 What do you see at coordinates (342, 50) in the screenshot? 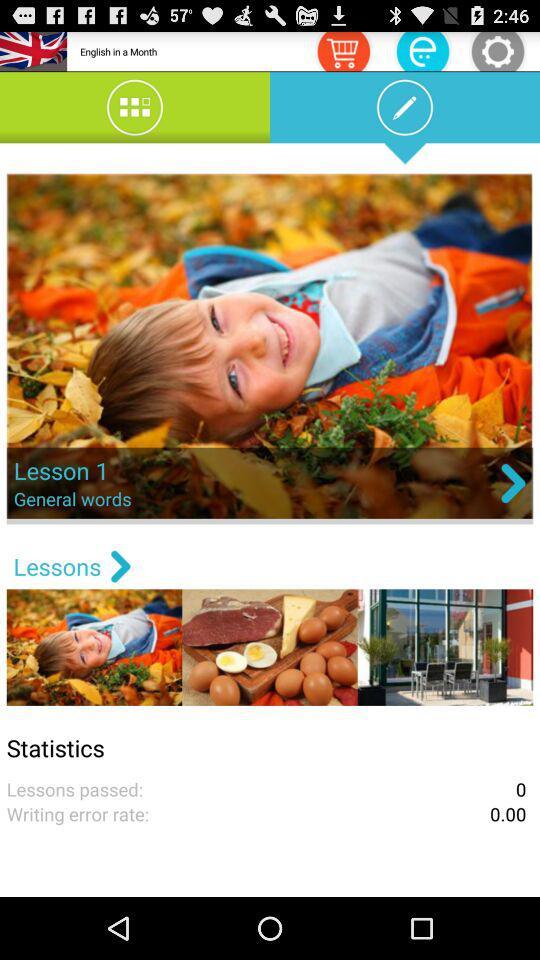
I see `icon to the right of english in a` at bounding box center [342, 50].